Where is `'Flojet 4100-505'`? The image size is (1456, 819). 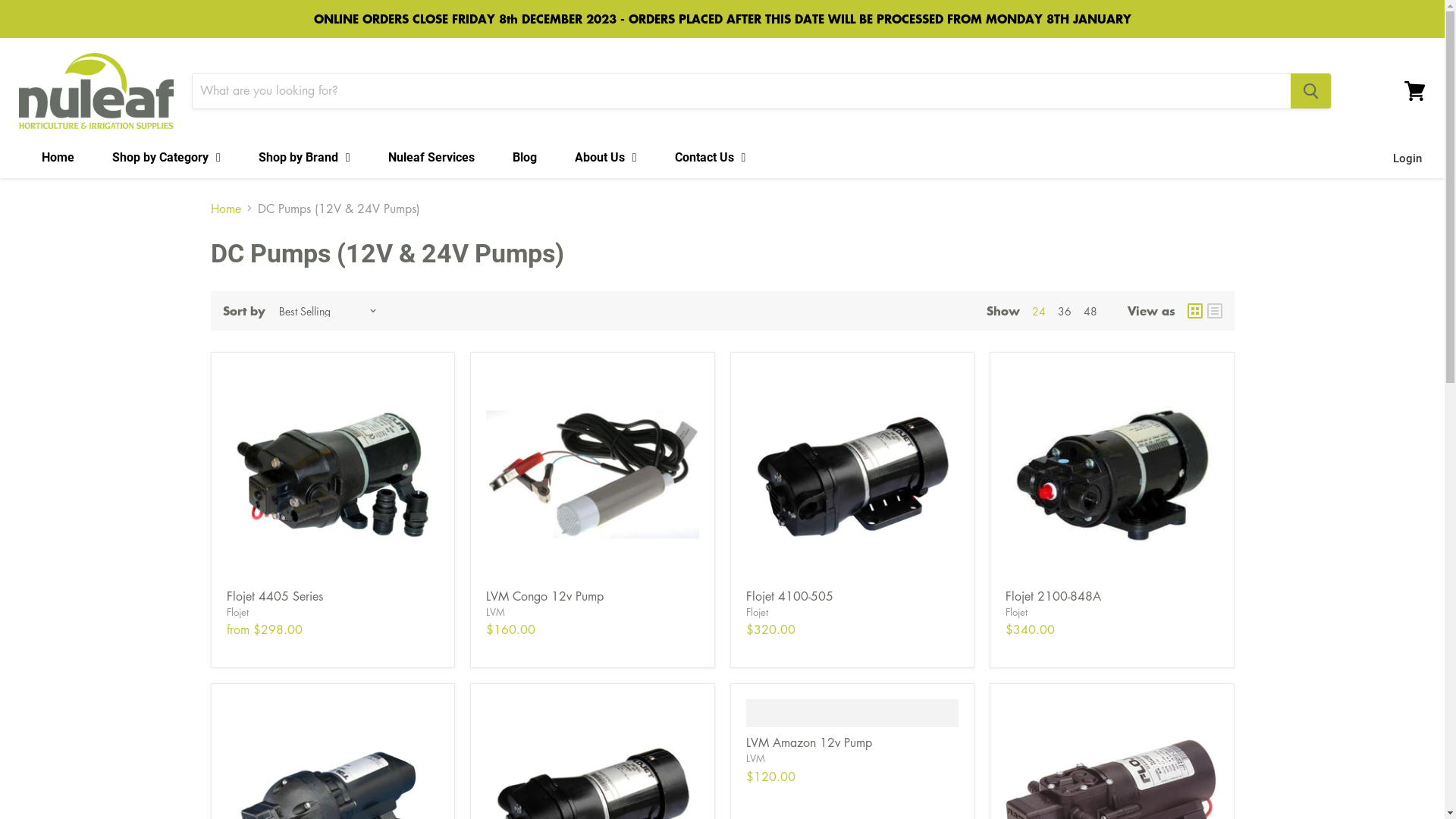 'Flojet 4100-505' is located at coordinates (789, 595).